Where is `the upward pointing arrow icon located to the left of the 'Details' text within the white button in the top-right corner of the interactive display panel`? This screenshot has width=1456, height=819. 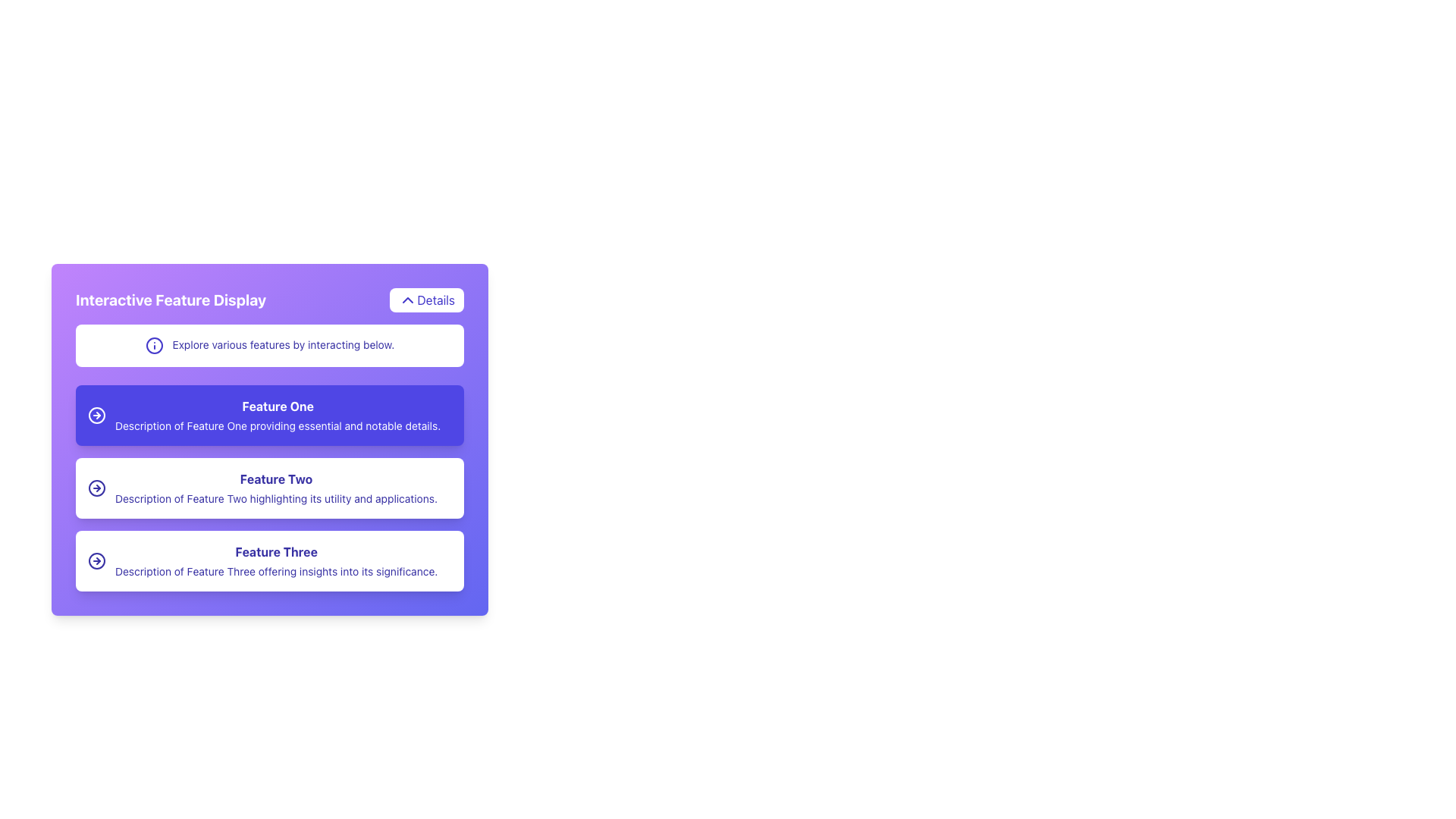
the upward pointing arrow icon located to the left of the 'Details' text within the white button in the top-right corner of the interactive display panel is located at coordinates (408, 300).